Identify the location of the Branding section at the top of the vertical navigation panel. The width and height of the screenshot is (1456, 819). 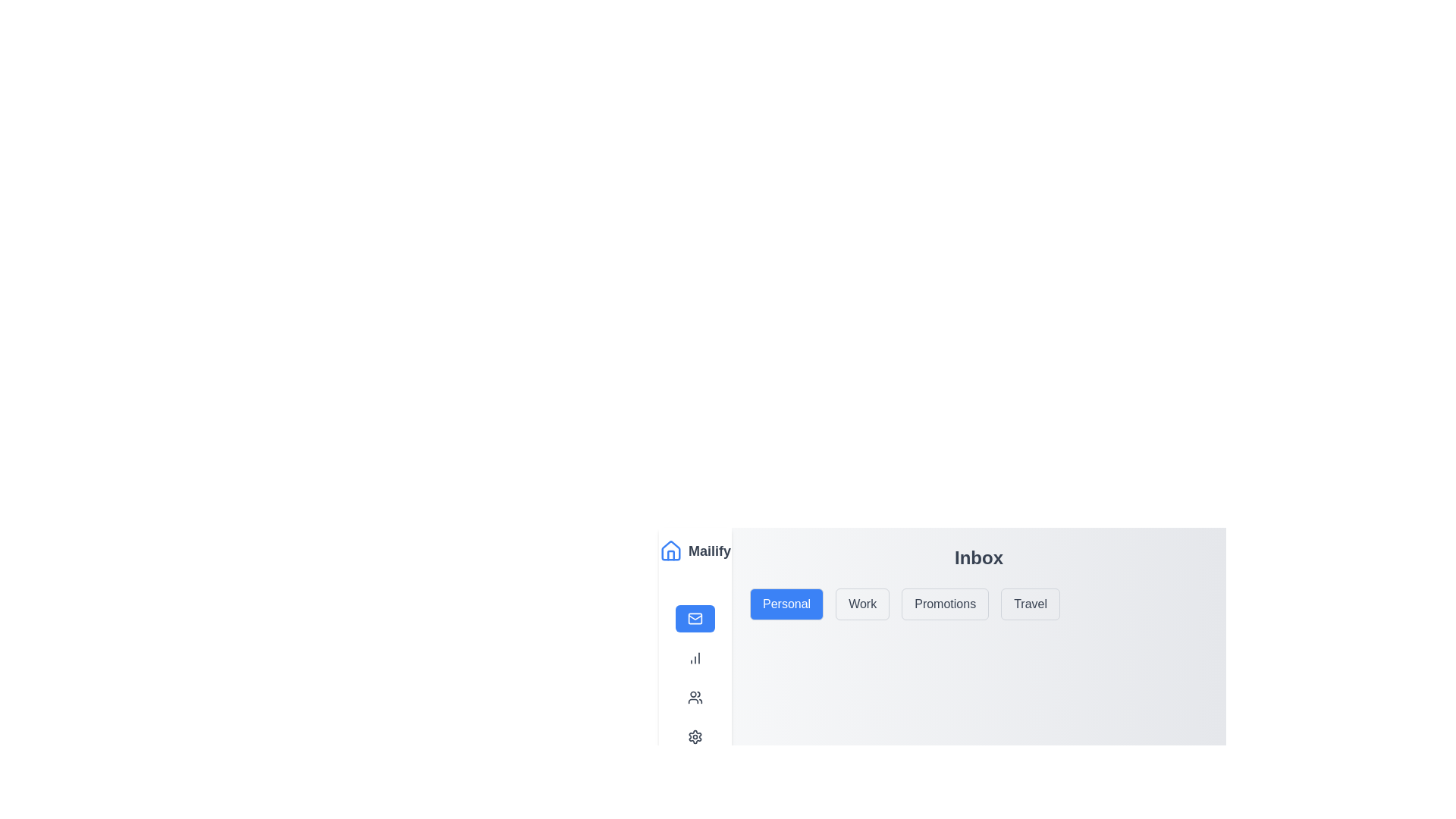
(694, 551).